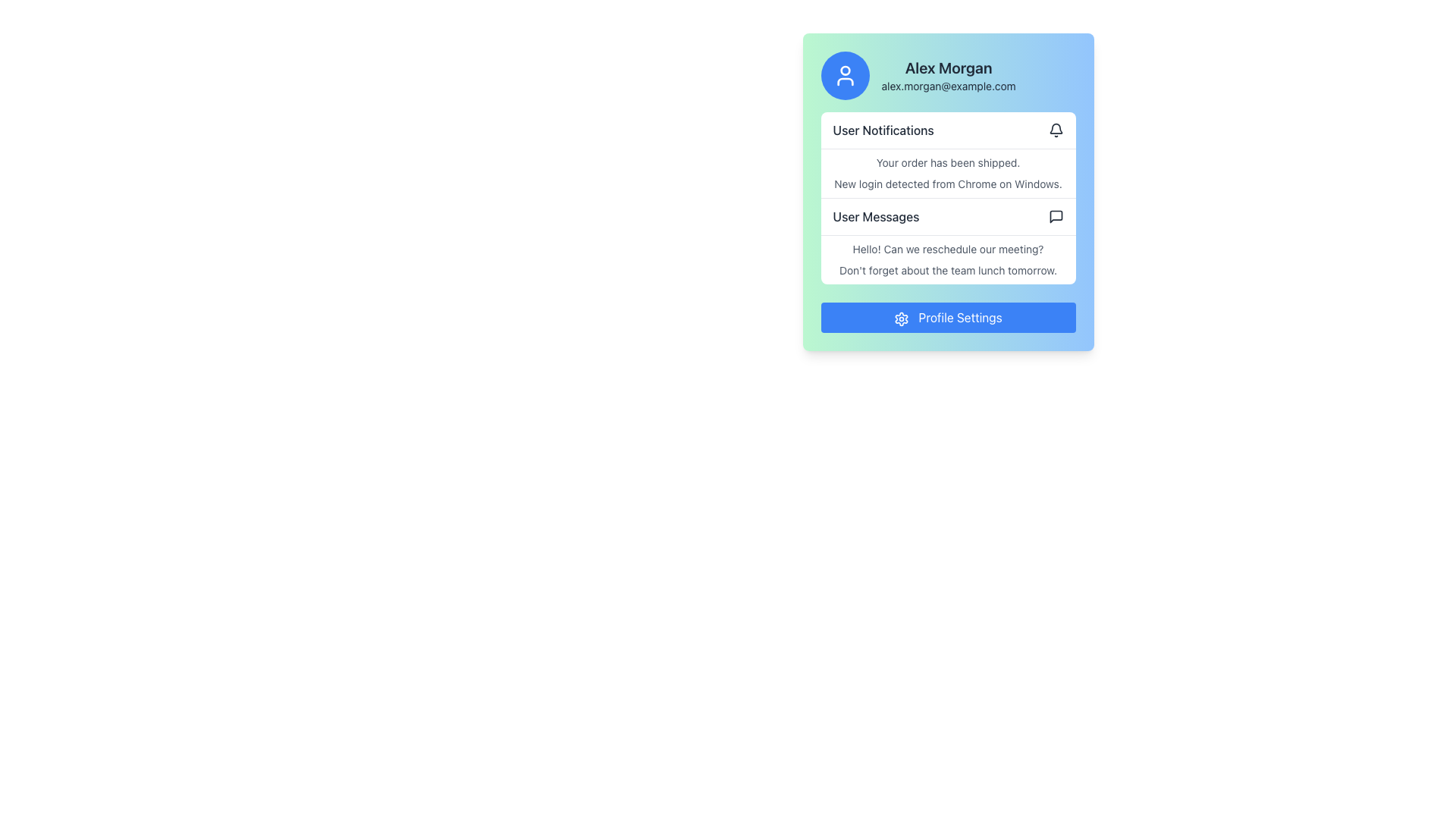 This screenshot has height=819, width=1456. Describe the element at coordinates (947, 163) in the screenshot. I see `the static text that reads 'Your order has been shipped.' located in the User Notifications section` at that location.